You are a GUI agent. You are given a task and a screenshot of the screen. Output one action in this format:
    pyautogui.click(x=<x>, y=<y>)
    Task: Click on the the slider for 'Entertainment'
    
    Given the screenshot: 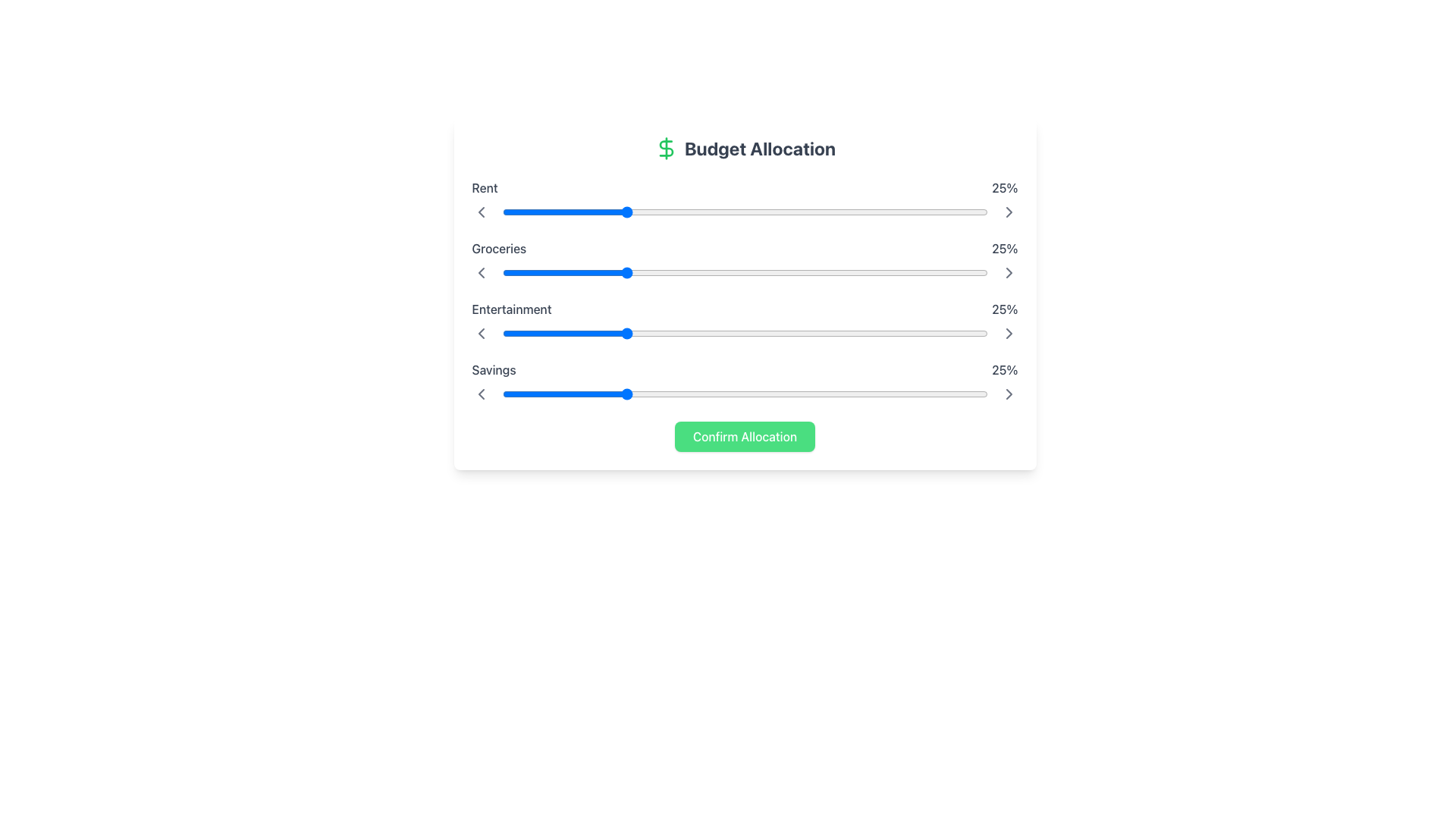 What is the action you would take?
    pyautogui.click(x=759, y=332)
    